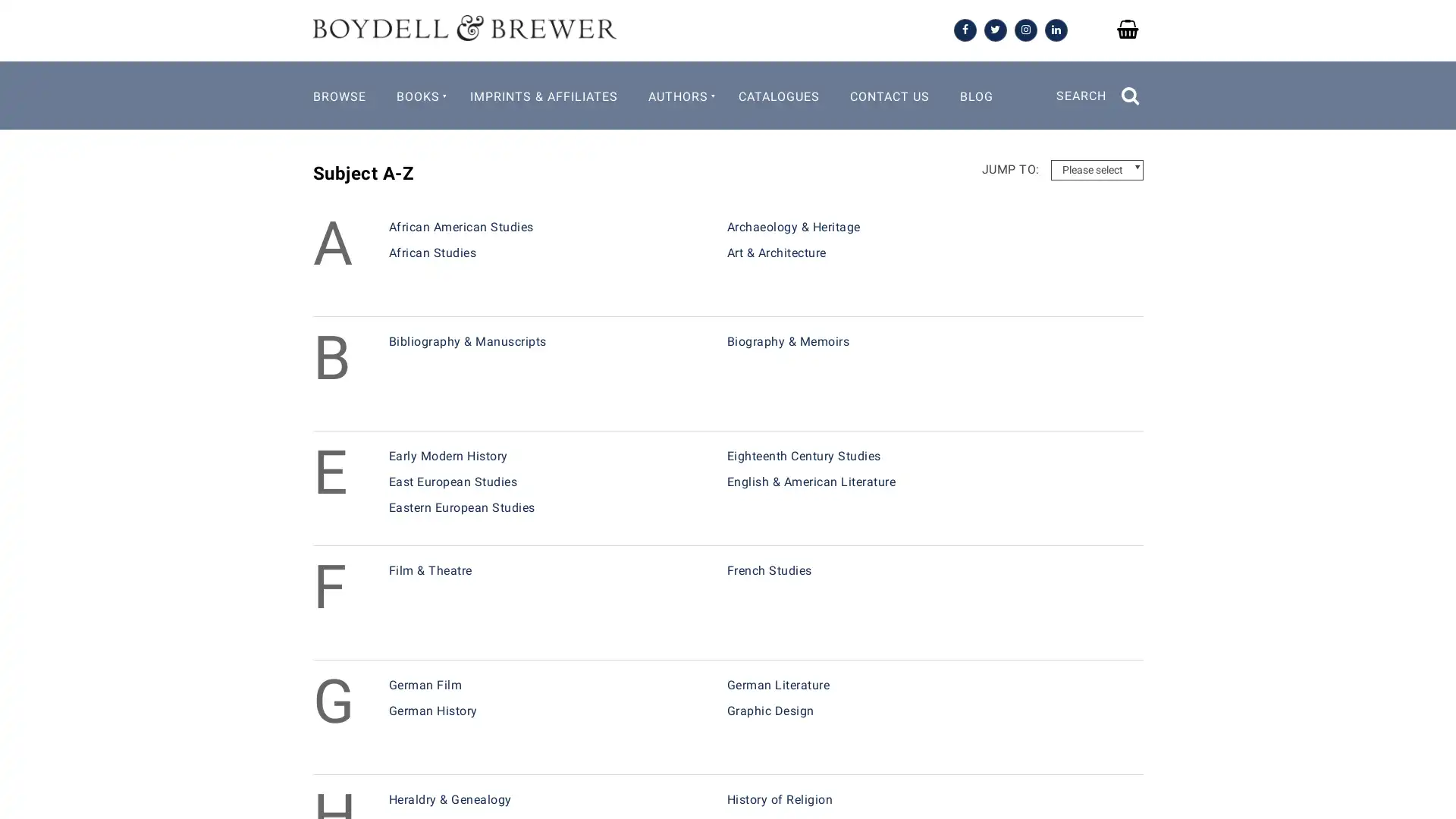 The height and width of the screenshot is (819, 1456). What do you see at coordinates (1099, 84) in the screenshot?
I see `SEARCH` at bounding box center [1099, 84].